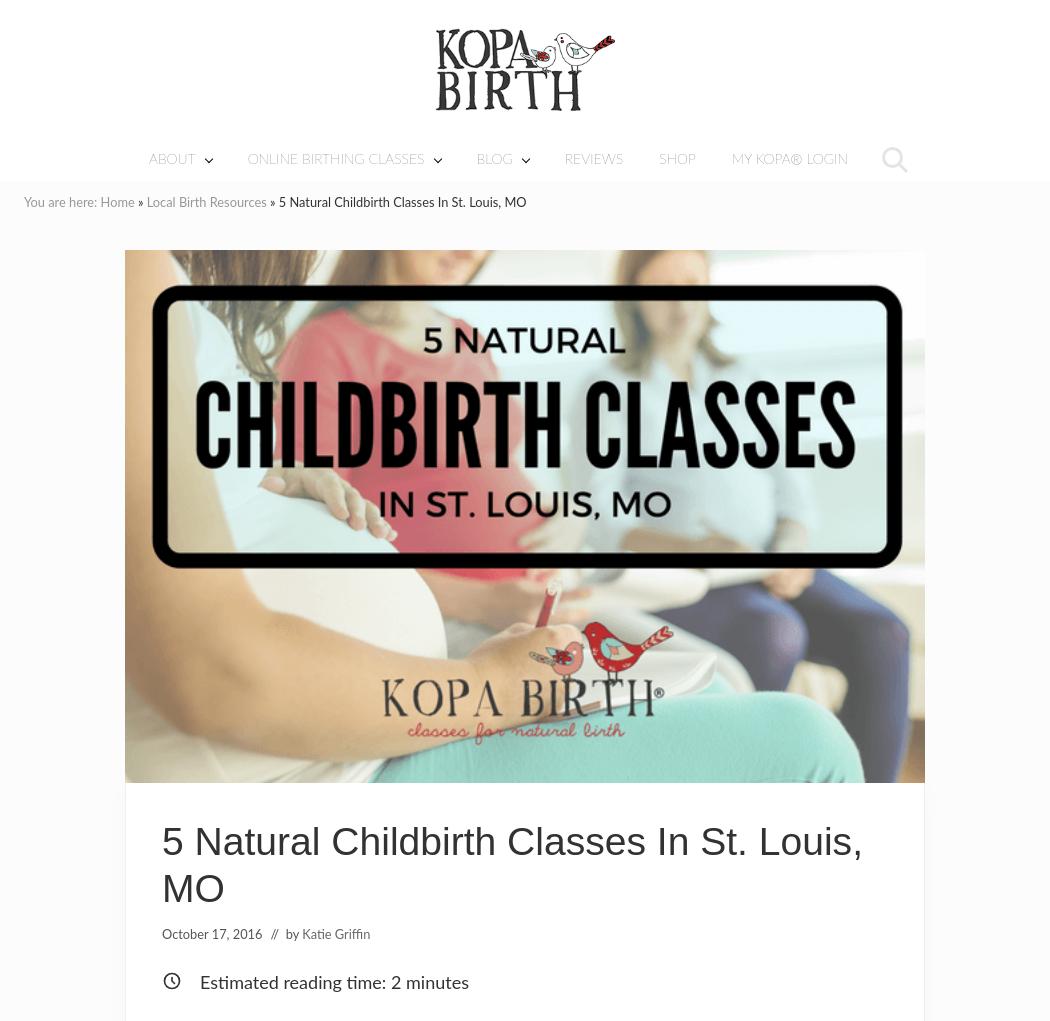 The height and width of the screenshot is (1021, 1050). What do you see at coordinates (78, 202) in the screenshot?
I see `'You are here: Home'` at bounding box center [78, 202].